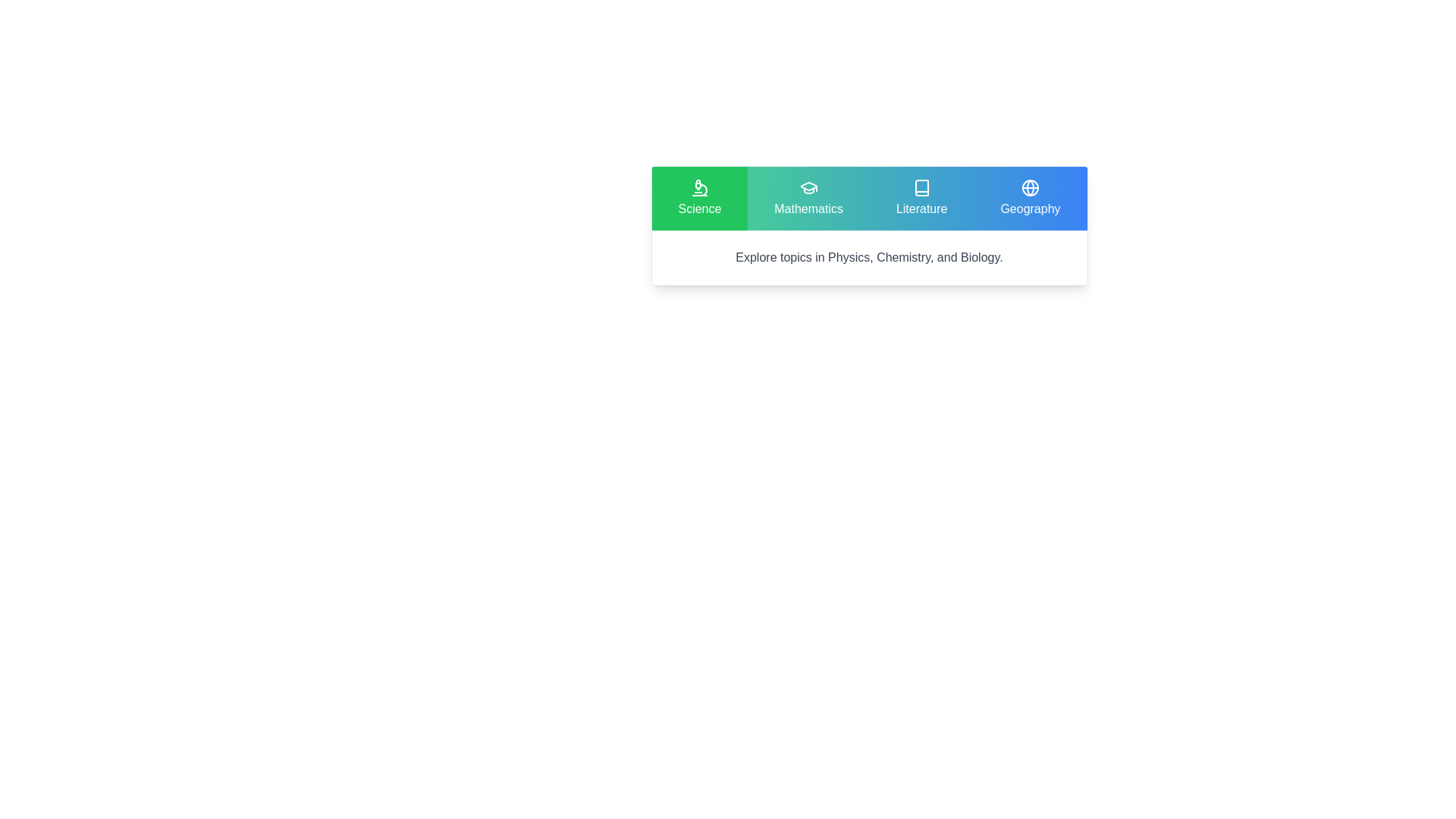  Describe the element at coordinates (1030, 187) in the screenshot. I see `the SVG circle that is part of the globe icon in the Geography section with a blue background` at that location.